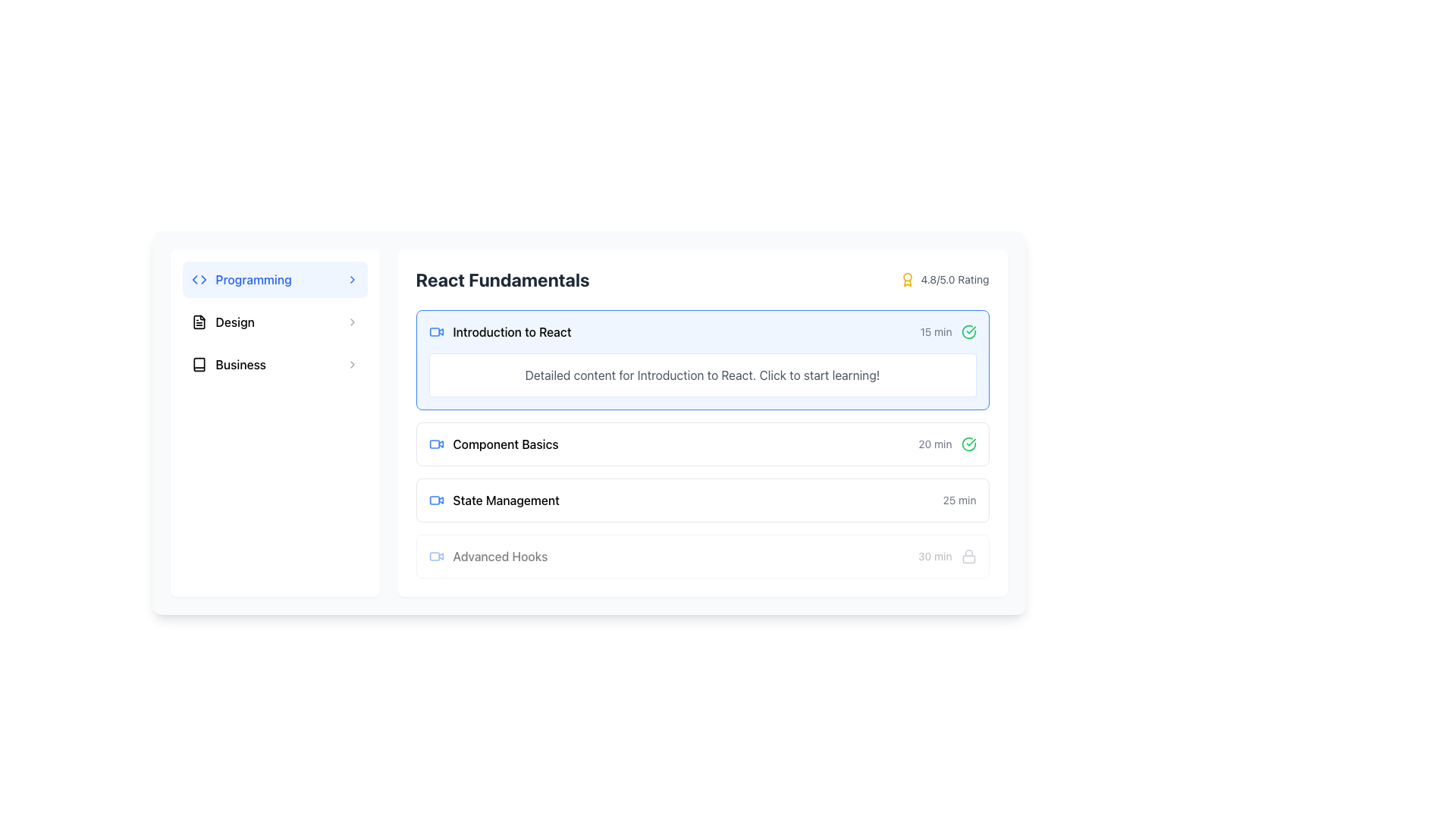  Describe the element at coordinates (968, 331) in the screenshot. I see `the completion status icon located to the far right of the '15 min' label in the same row as the course title 'Introduction to React'` at that location.